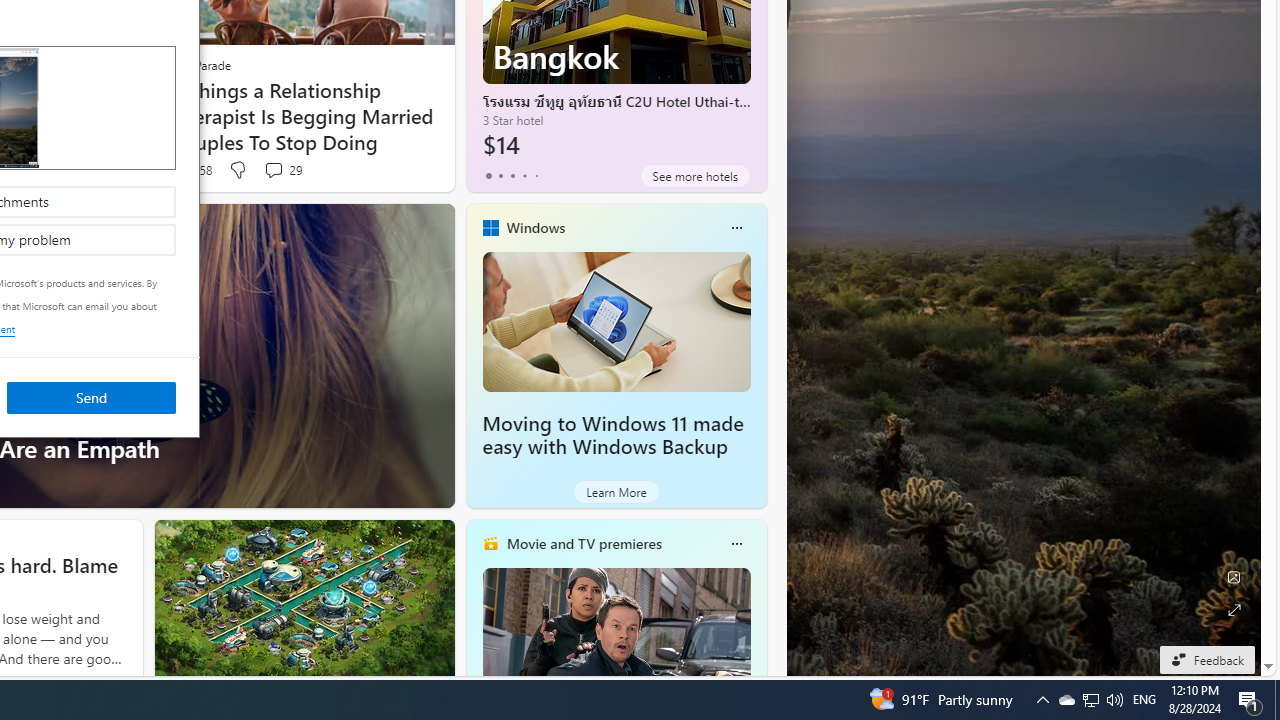 The height and width of the screenshot is (720, 1280). Describe the element at coordinates (500, 175) in the screenshot. I see `'tab-1'` at that location.